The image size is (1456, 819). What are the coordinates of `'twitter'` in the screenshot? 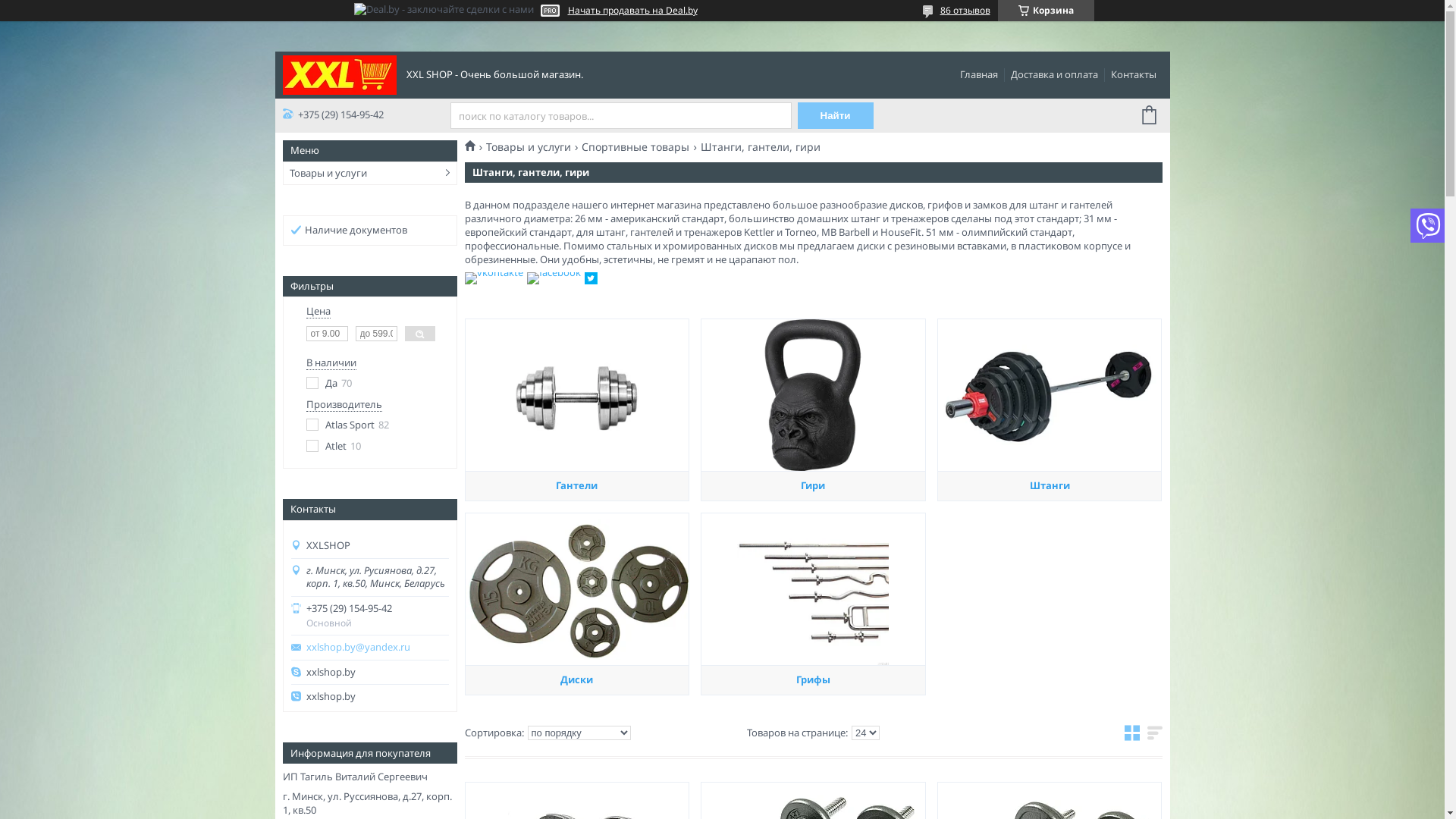 It's located at (589, 281).